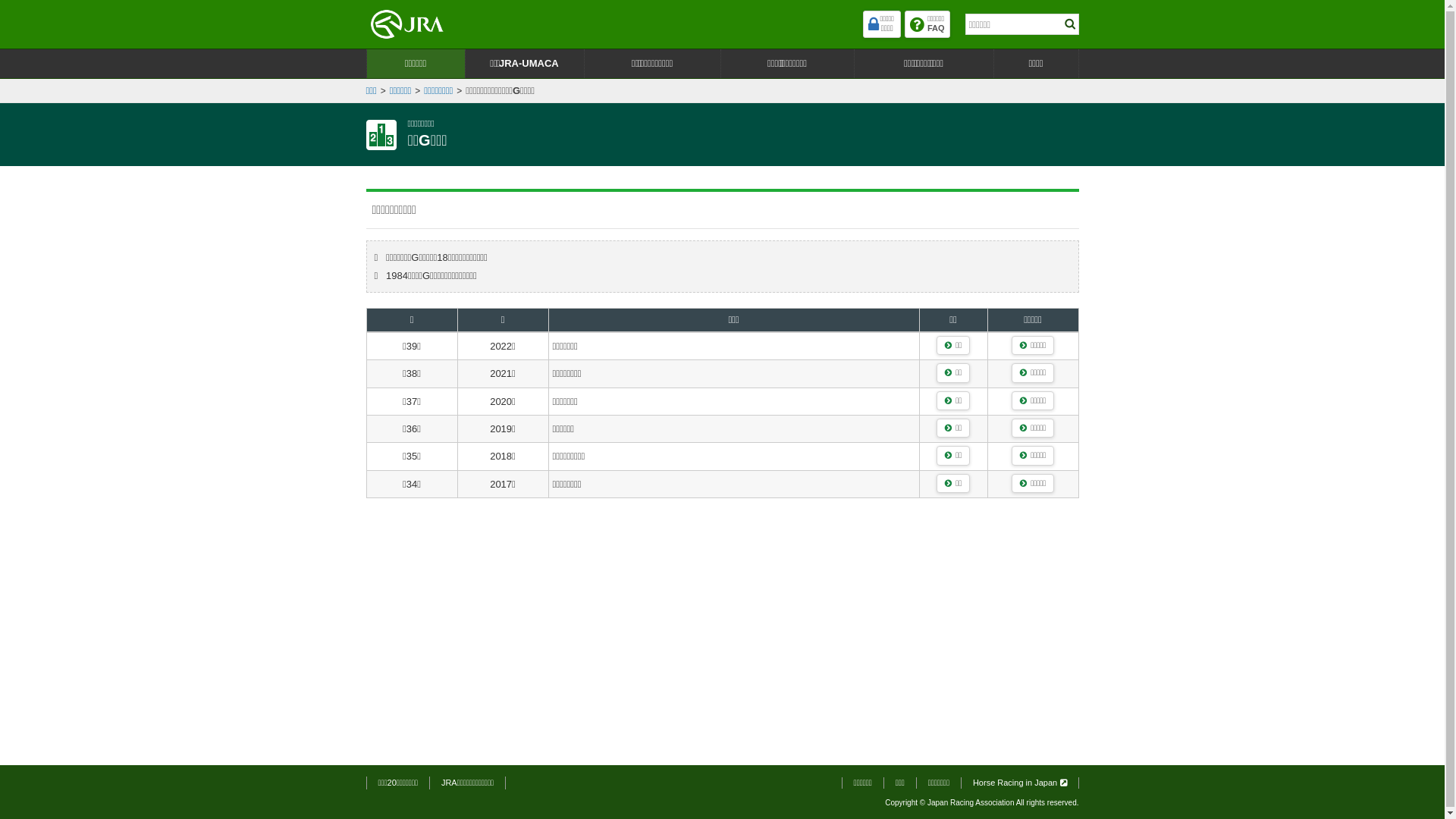 This screenshot has width=1456, height=819. Describe the element at coordinates (1019, 783) in the screenshot. I see `'Horse Racing in Japan'` at that location.